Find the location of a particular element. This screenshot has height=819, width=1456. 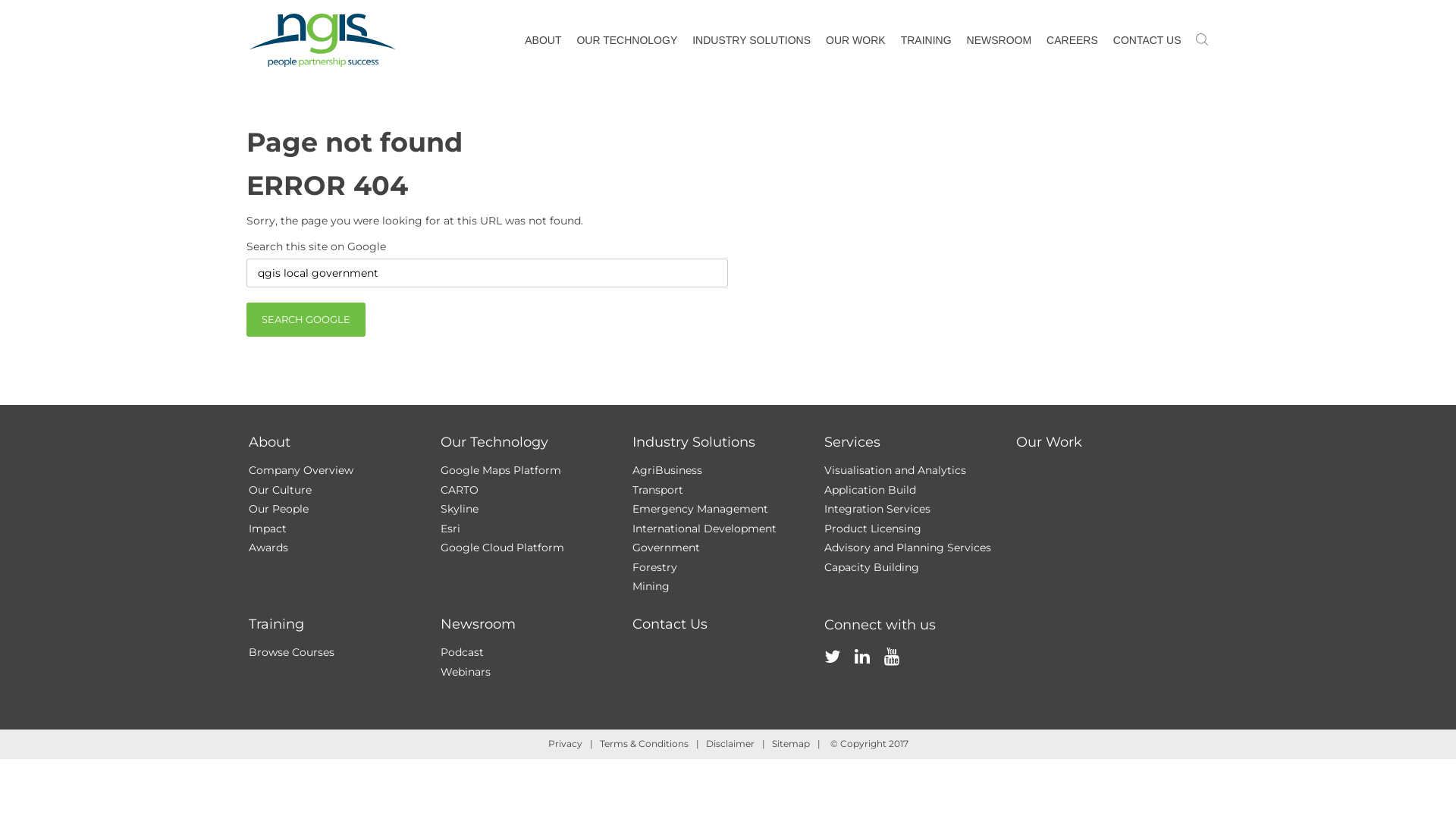

'TRAINING' is located at coordinates (925, 39).